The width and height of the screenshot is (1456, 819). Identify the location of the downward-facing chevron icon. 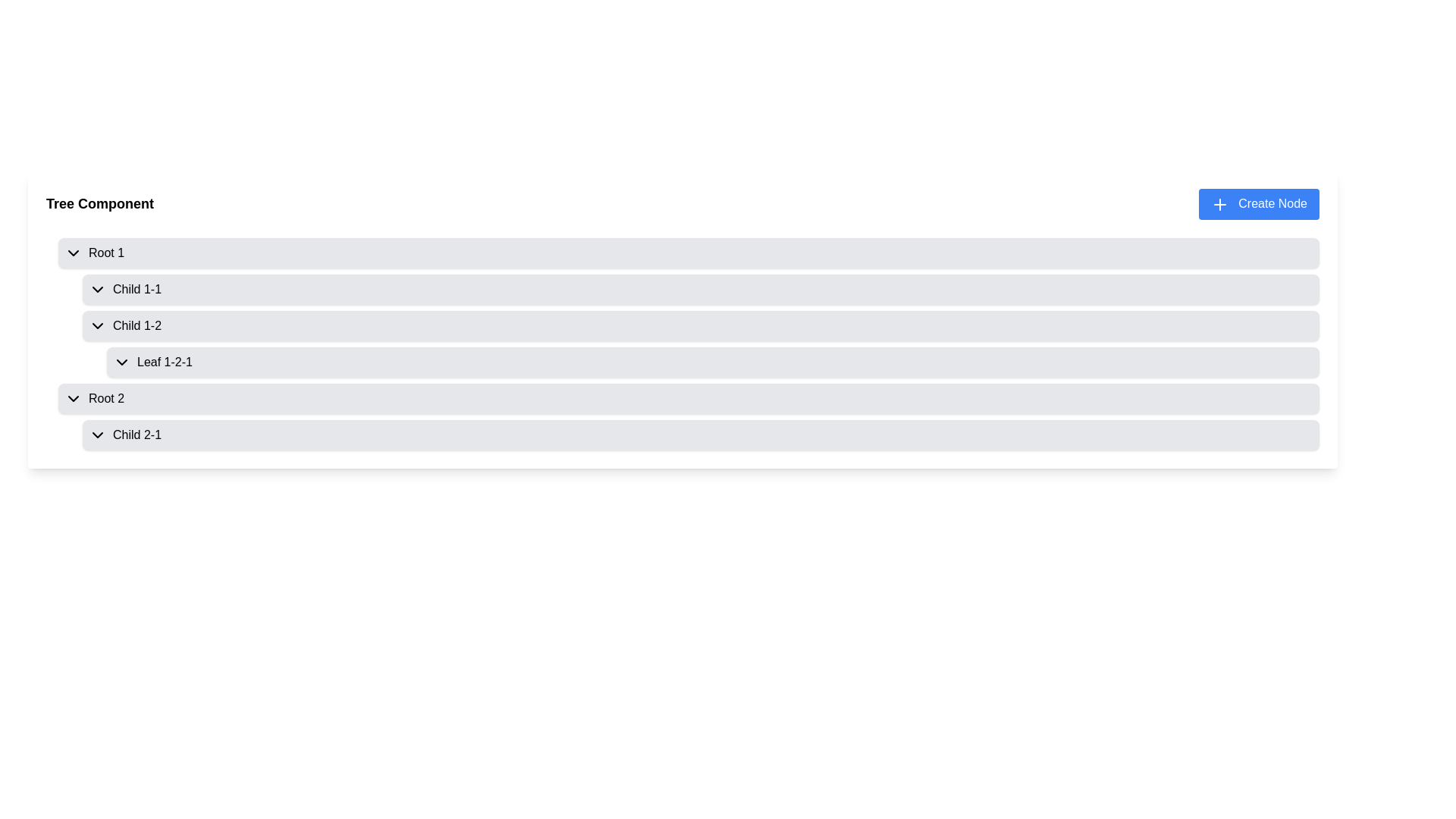
(122, 362).